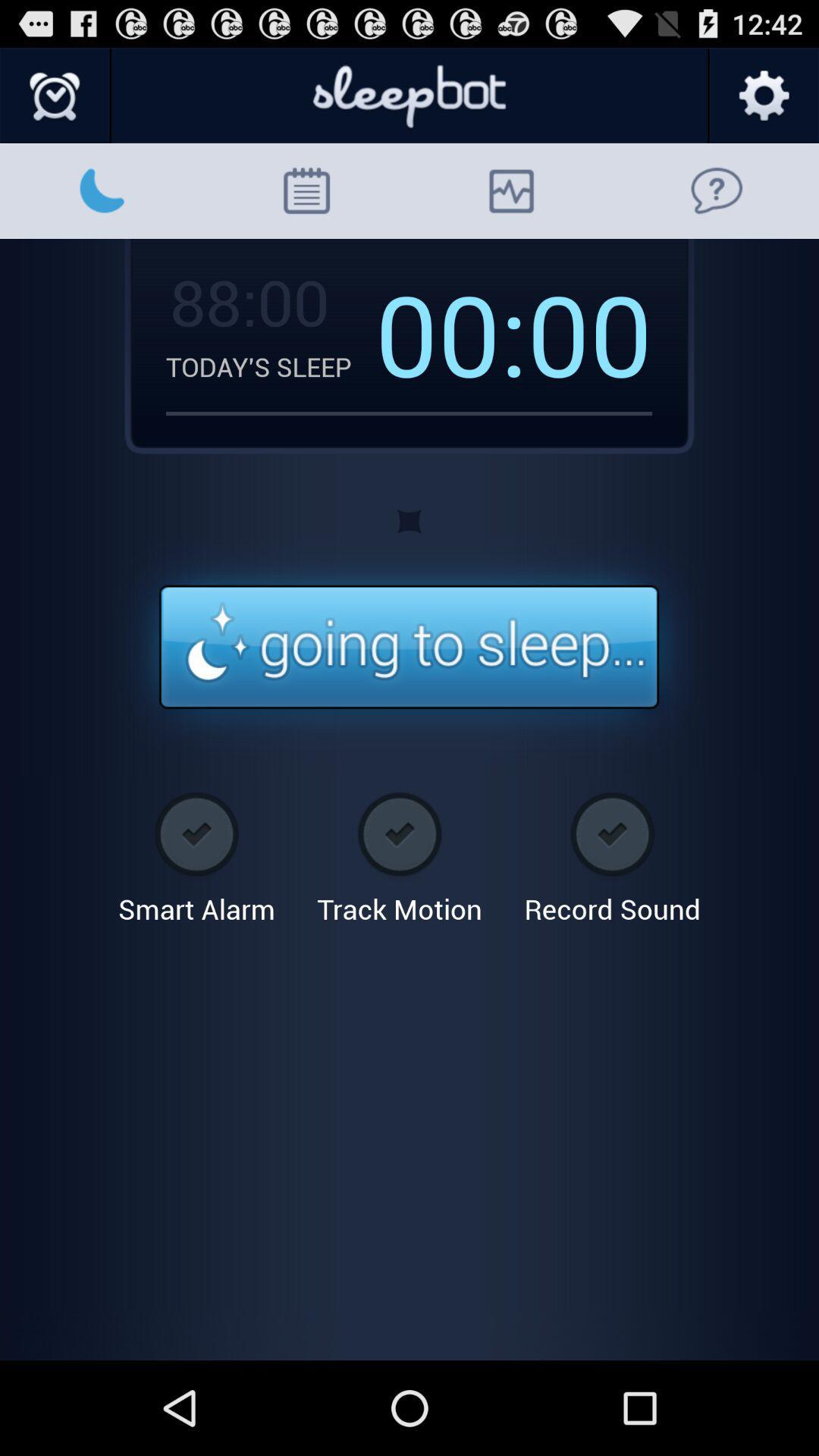  I want to click on going to sleep, so click(408, 648).